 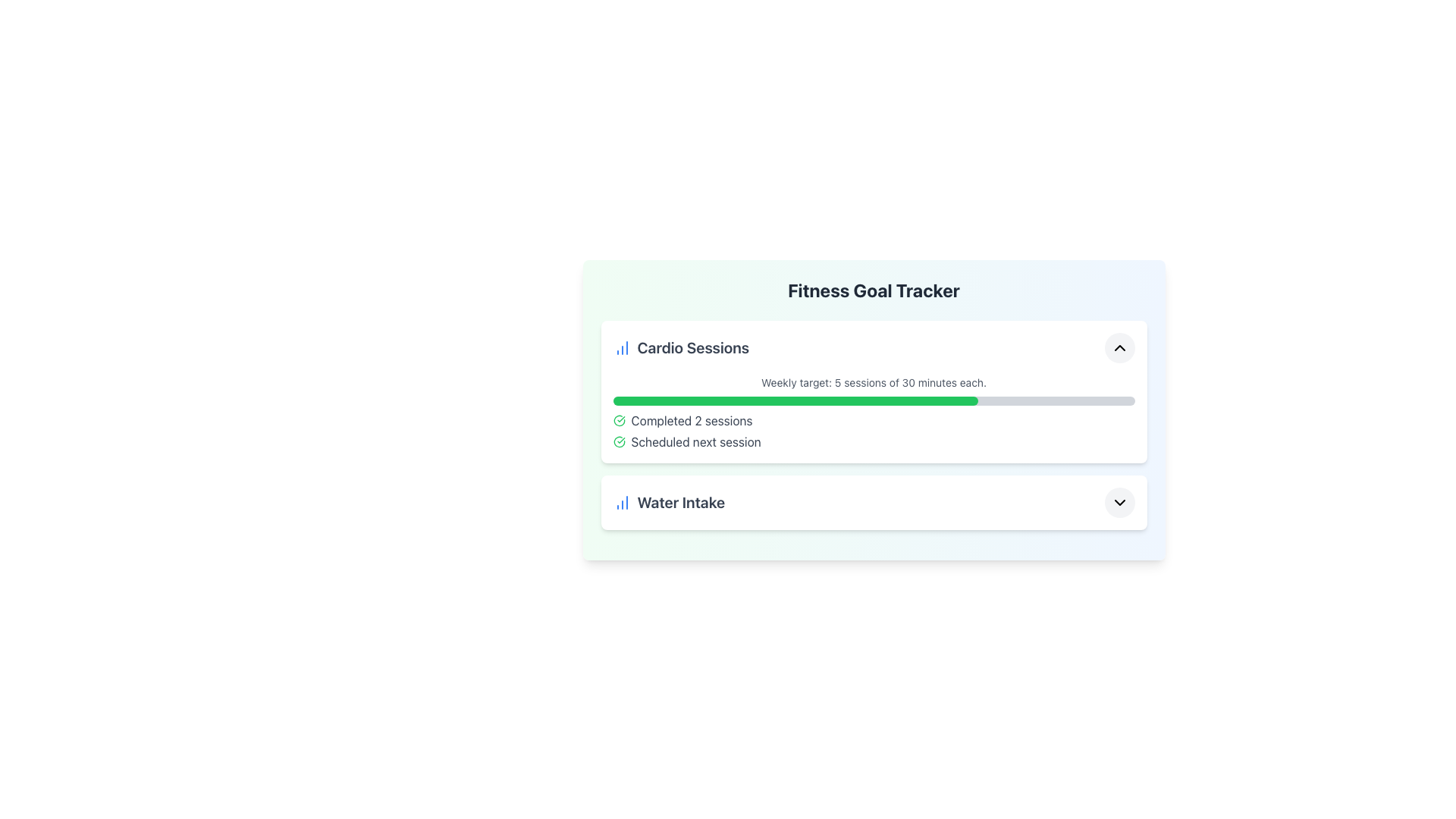 I want to click on the status icon located in the 'Scheduled next session' row of the 'Cardio Sessions' section, which is the leftmost component in that row, before the text label, so click(x=619, y=441).